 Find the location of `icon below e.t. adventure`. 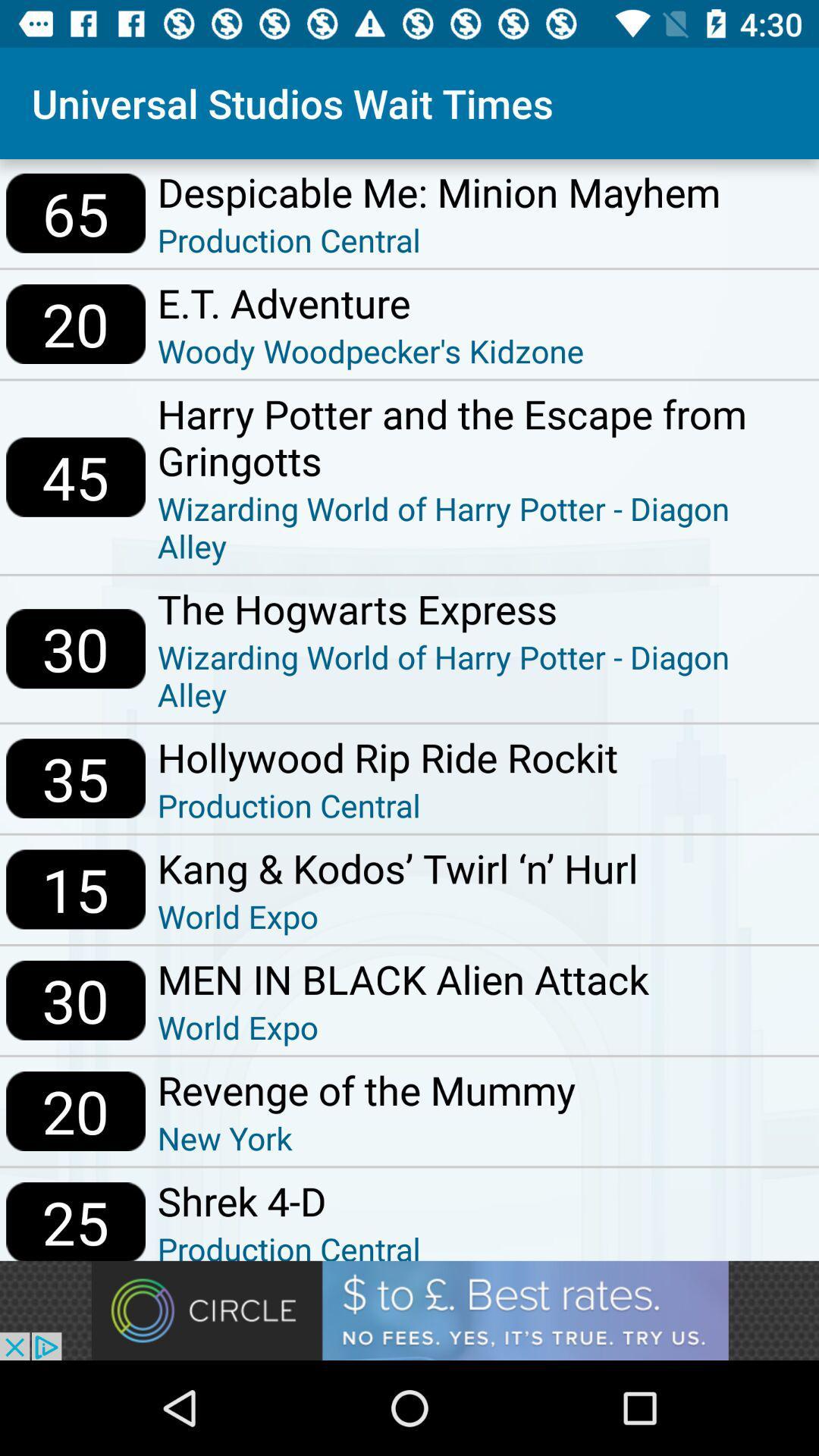

icon below e.t. adventure is located at coordinates (371, 350).